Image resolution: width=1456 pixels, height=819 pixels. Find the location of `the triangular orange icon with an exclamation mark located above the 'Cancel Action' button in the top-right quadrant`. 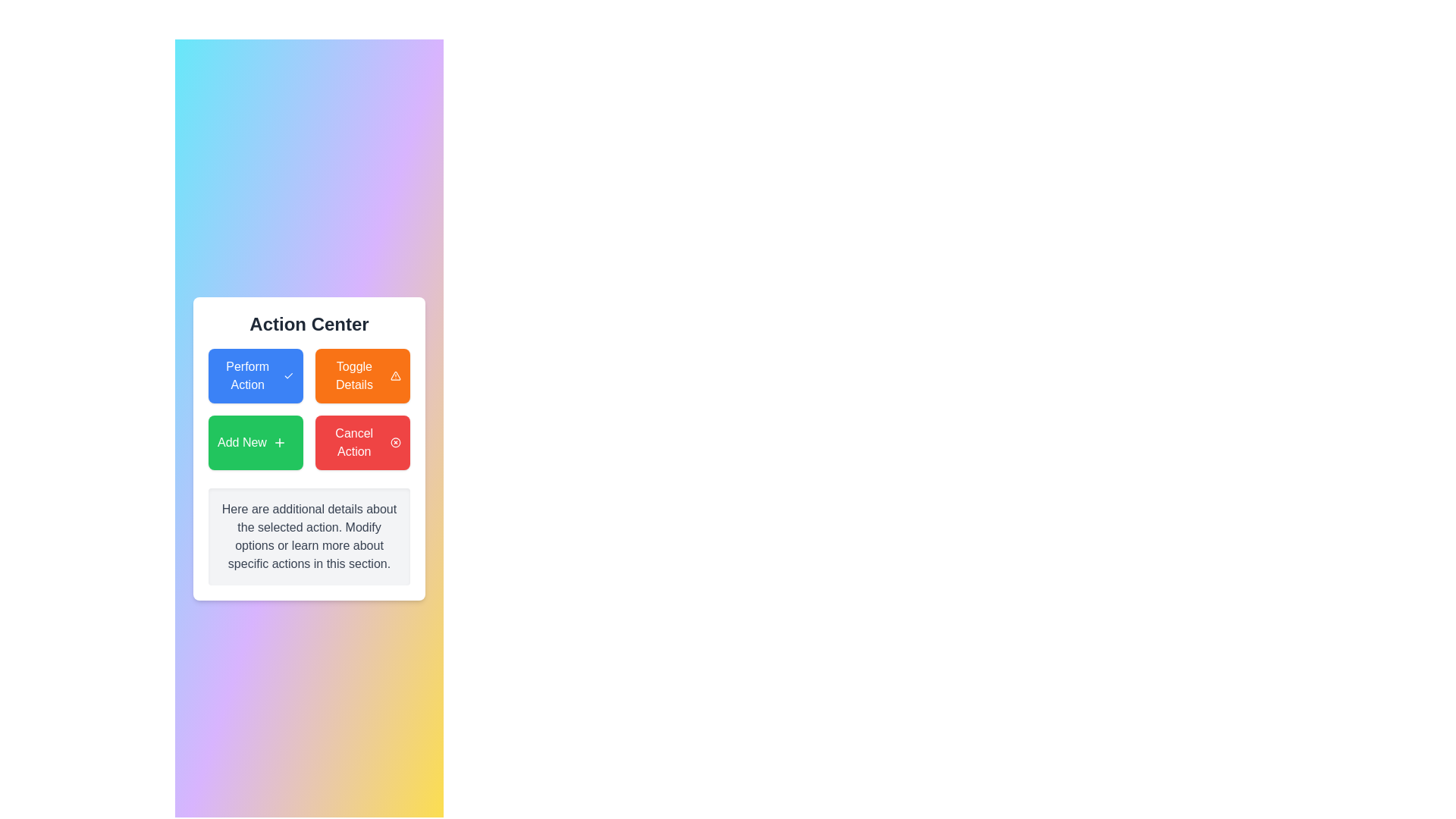

the triangular orange icon with an exclamation mark located above the 'Cancel Action' button in the top-right quadrant is located at coordinates (395, 375).